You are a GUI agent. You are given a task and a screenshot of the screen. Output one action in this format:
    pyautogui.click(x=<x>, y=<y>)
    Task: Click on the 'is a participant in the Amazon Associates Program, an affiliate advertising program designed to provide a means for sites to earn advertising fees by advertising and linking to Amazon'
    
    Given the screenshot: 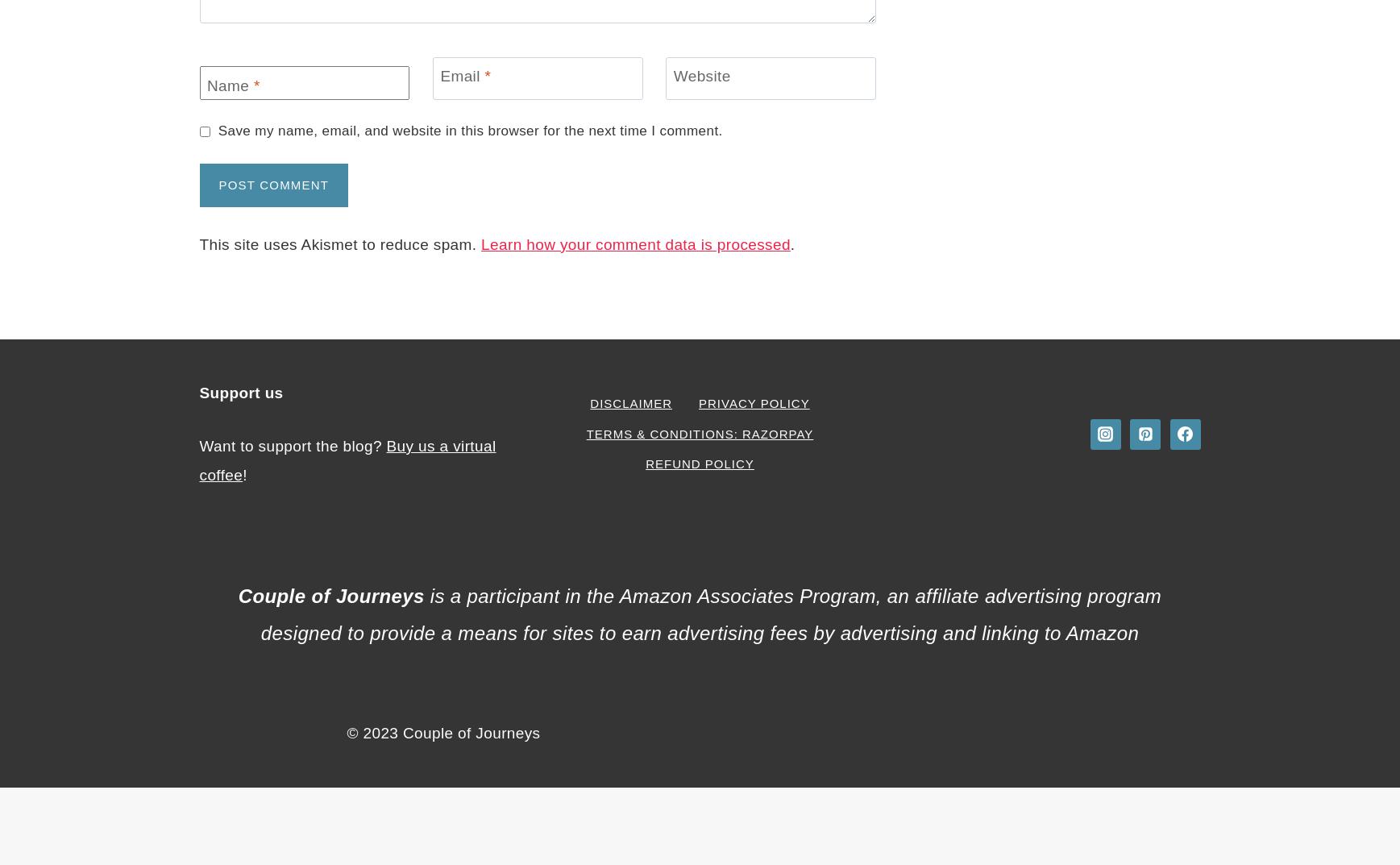 What is the action you would take?
    pyautogui.click(x=711, y=613)
    